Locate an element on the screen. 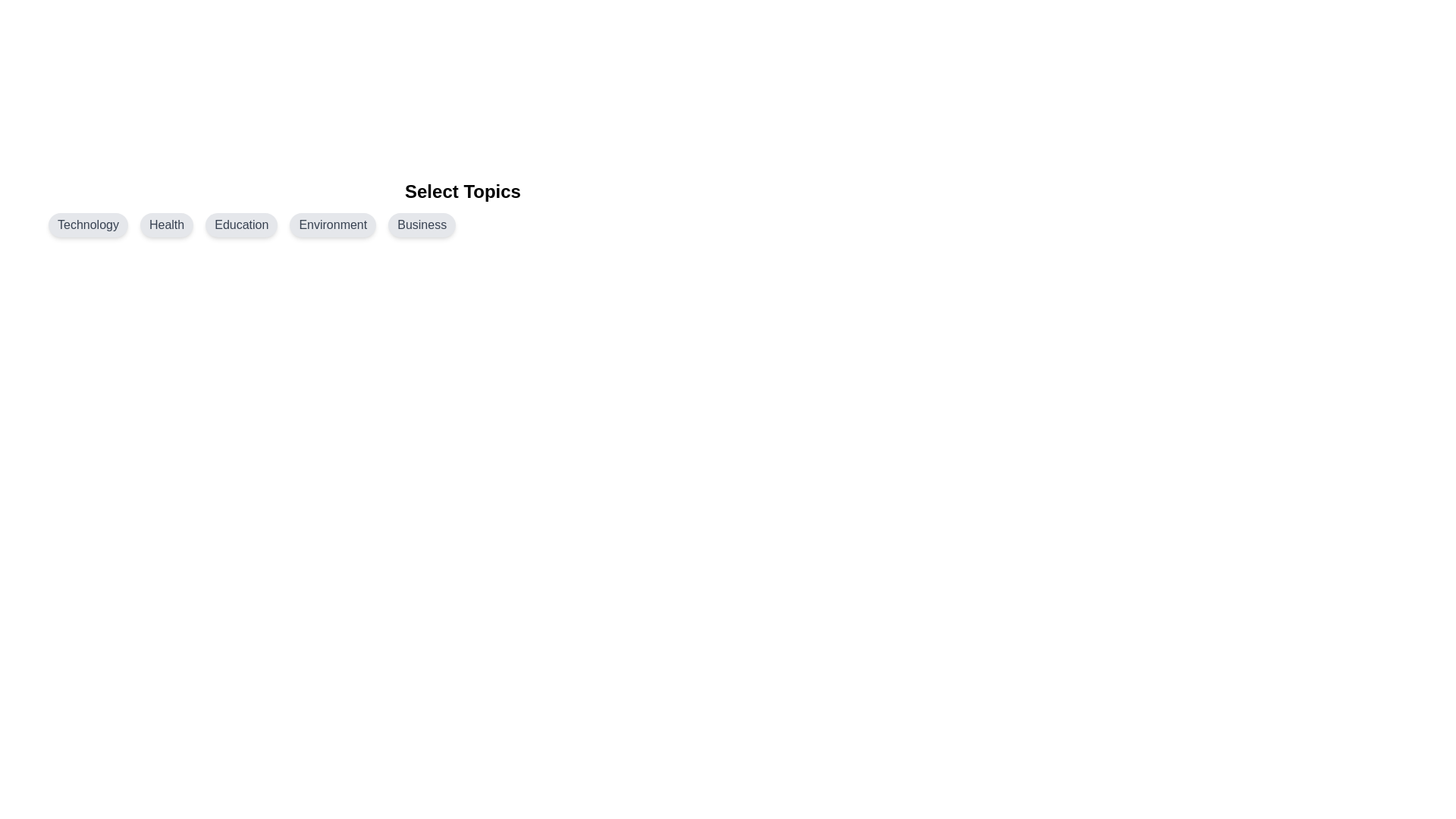 The height and width of the screenshot is (819, 1456). the topic chip labeled Business by clicking on it is located at coordinates (422, 225).